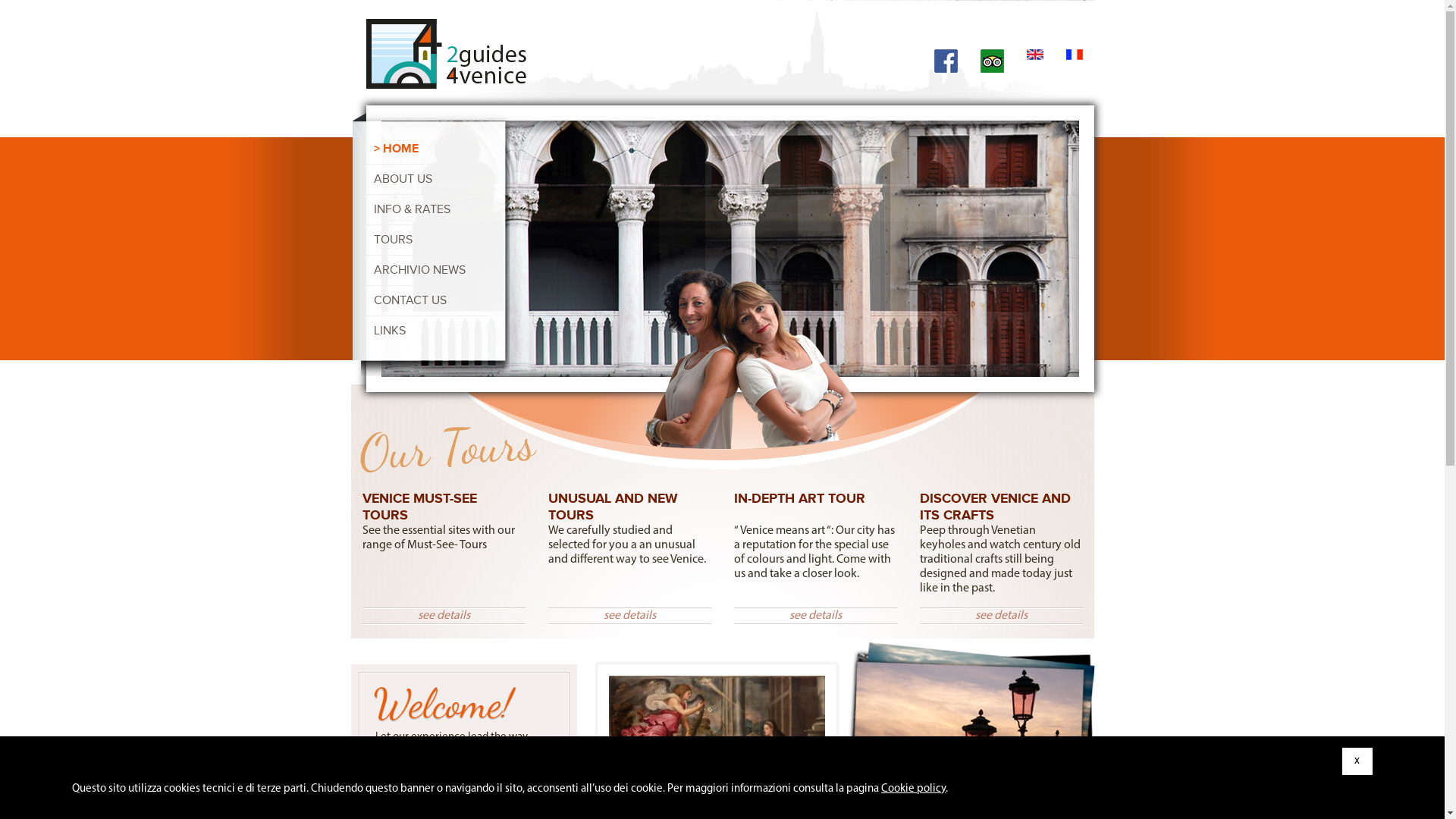 The height and width of the screenshot is (819, 1456). I want to click on 'CONTACT US', so click(409, 300).